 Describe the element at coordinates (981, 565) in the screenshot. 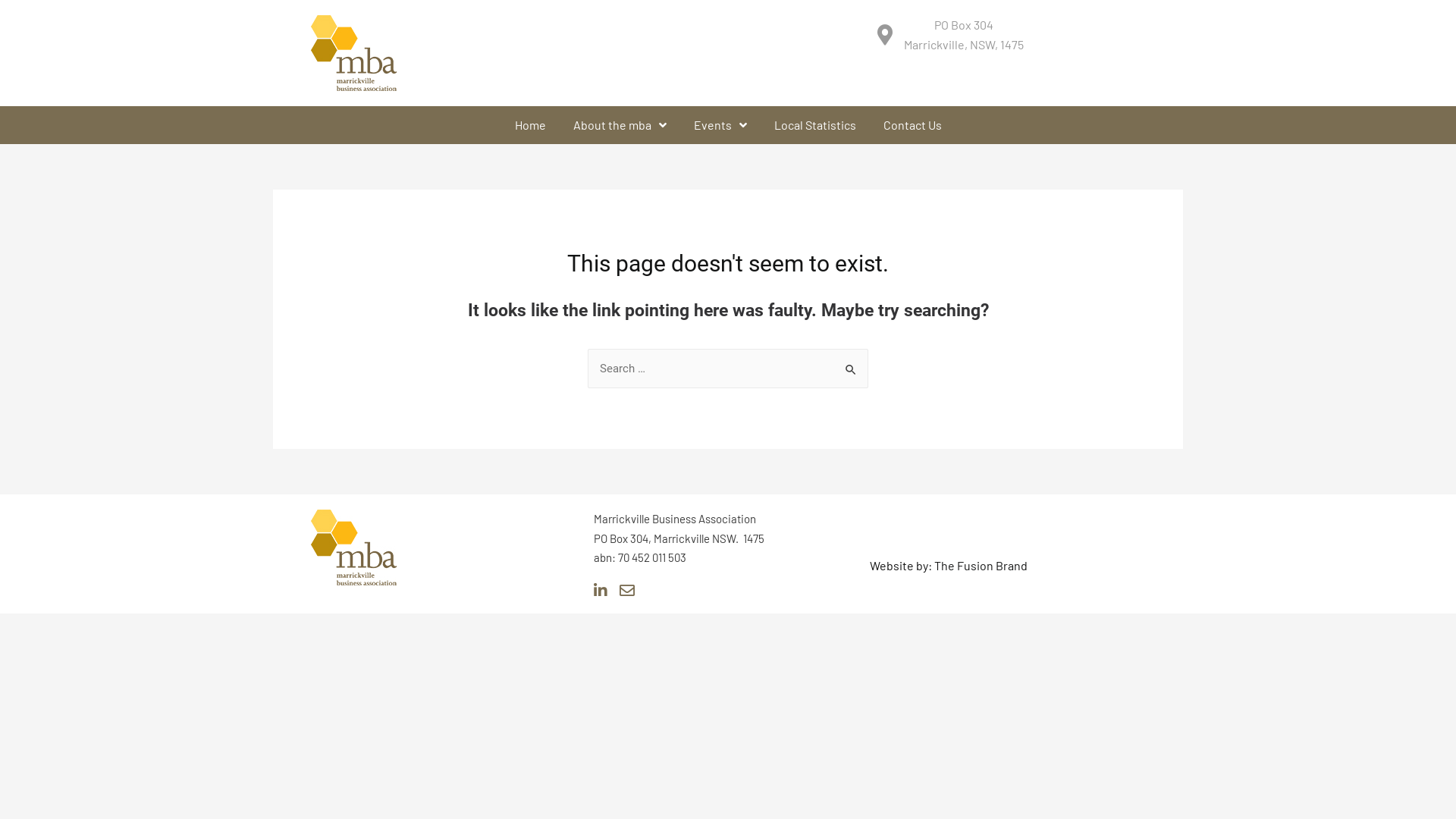

I see `'The Fusion Brand'` at that location.